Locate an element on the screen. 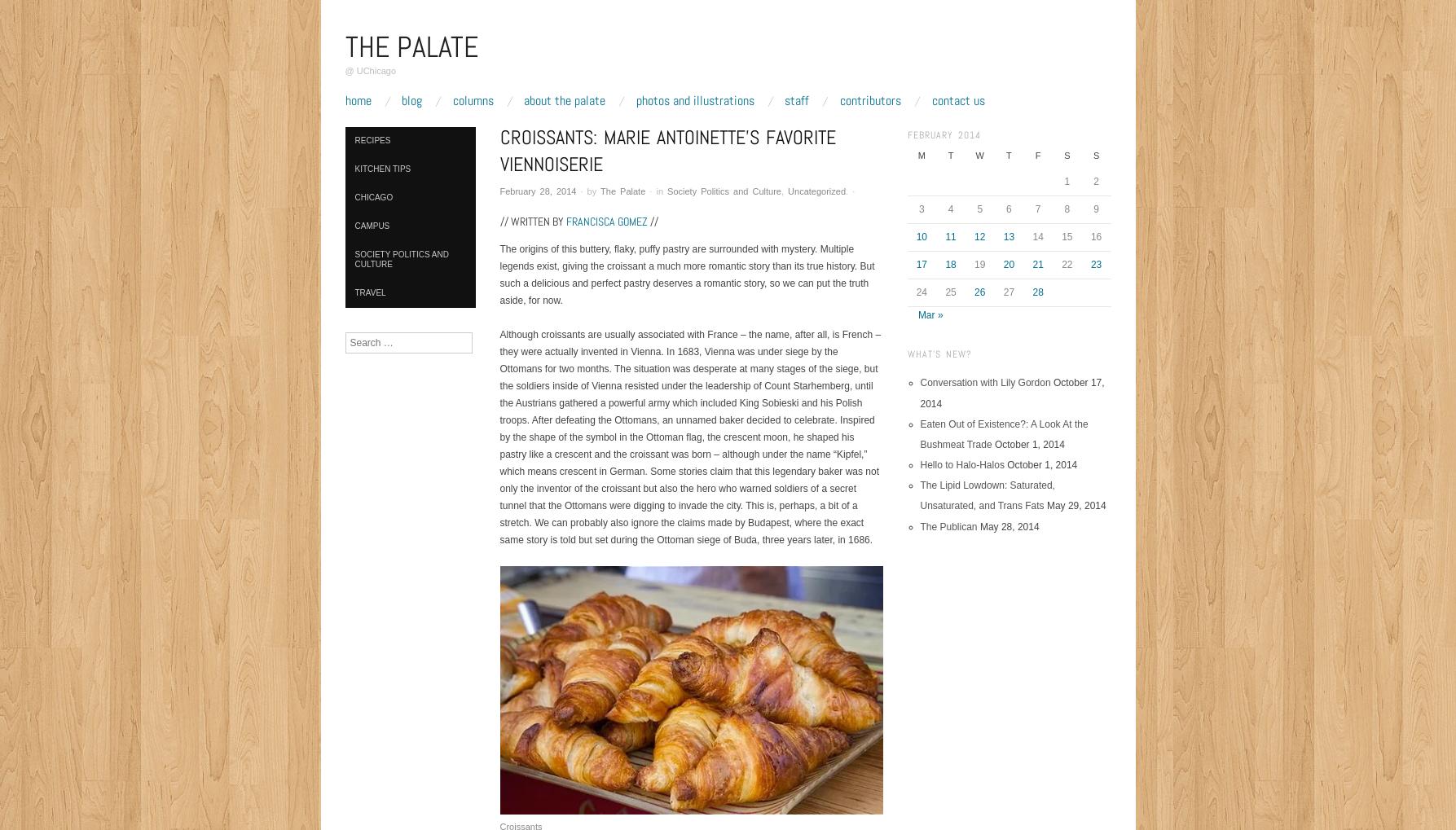 The image size is (1456, 830). '4' is located at coordinates (950, 208).